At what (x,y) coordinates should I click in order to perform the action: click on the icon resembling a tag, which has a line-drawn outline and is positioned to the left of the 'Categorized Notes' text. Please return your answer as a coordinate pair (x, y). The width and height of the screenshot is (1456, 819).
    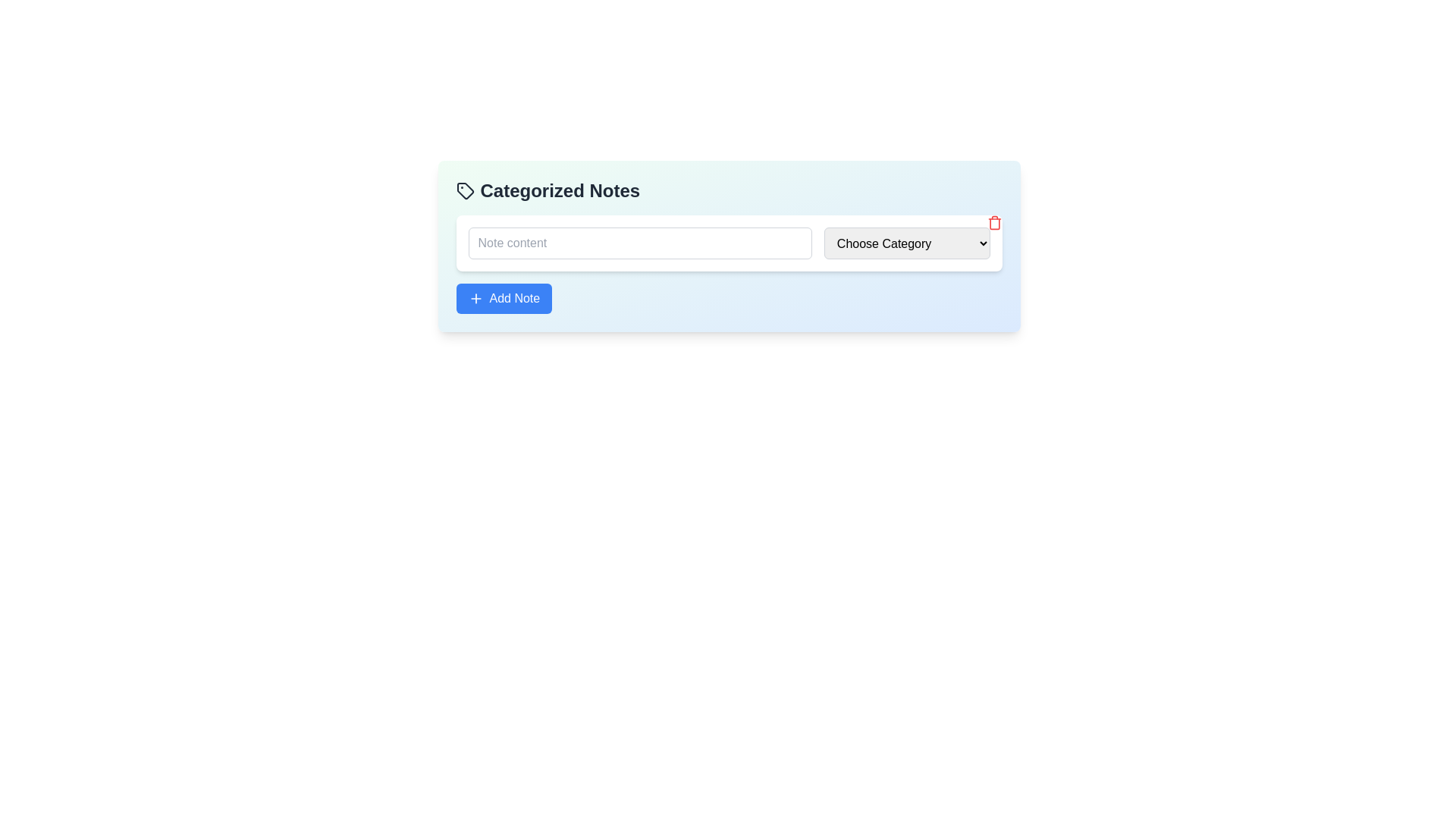
    Looking at the image, I should click on (464, 190).